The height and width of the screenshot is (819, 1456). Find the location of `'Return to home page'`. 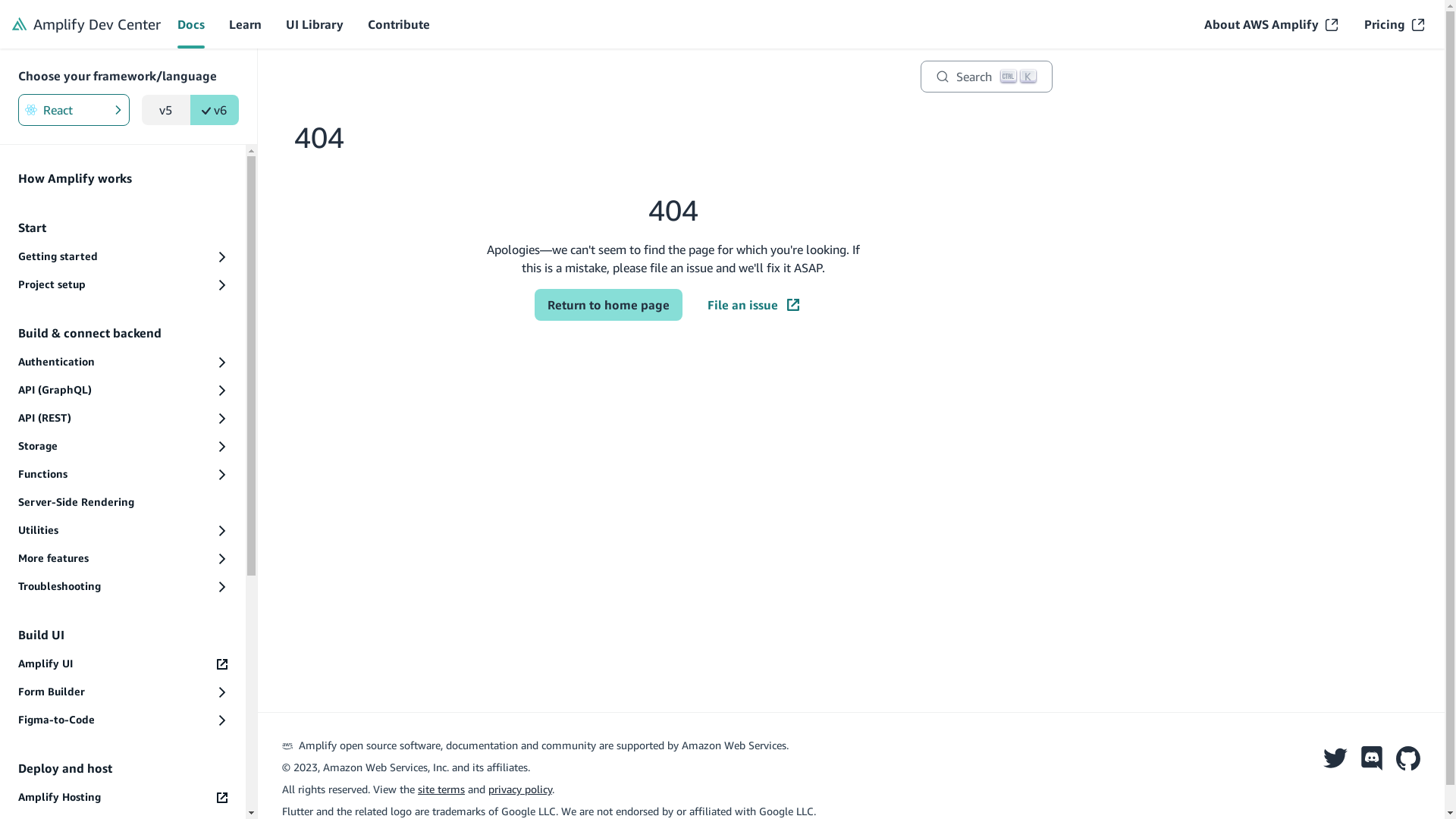

'Return to home page' is located at coordinates (608, 304).